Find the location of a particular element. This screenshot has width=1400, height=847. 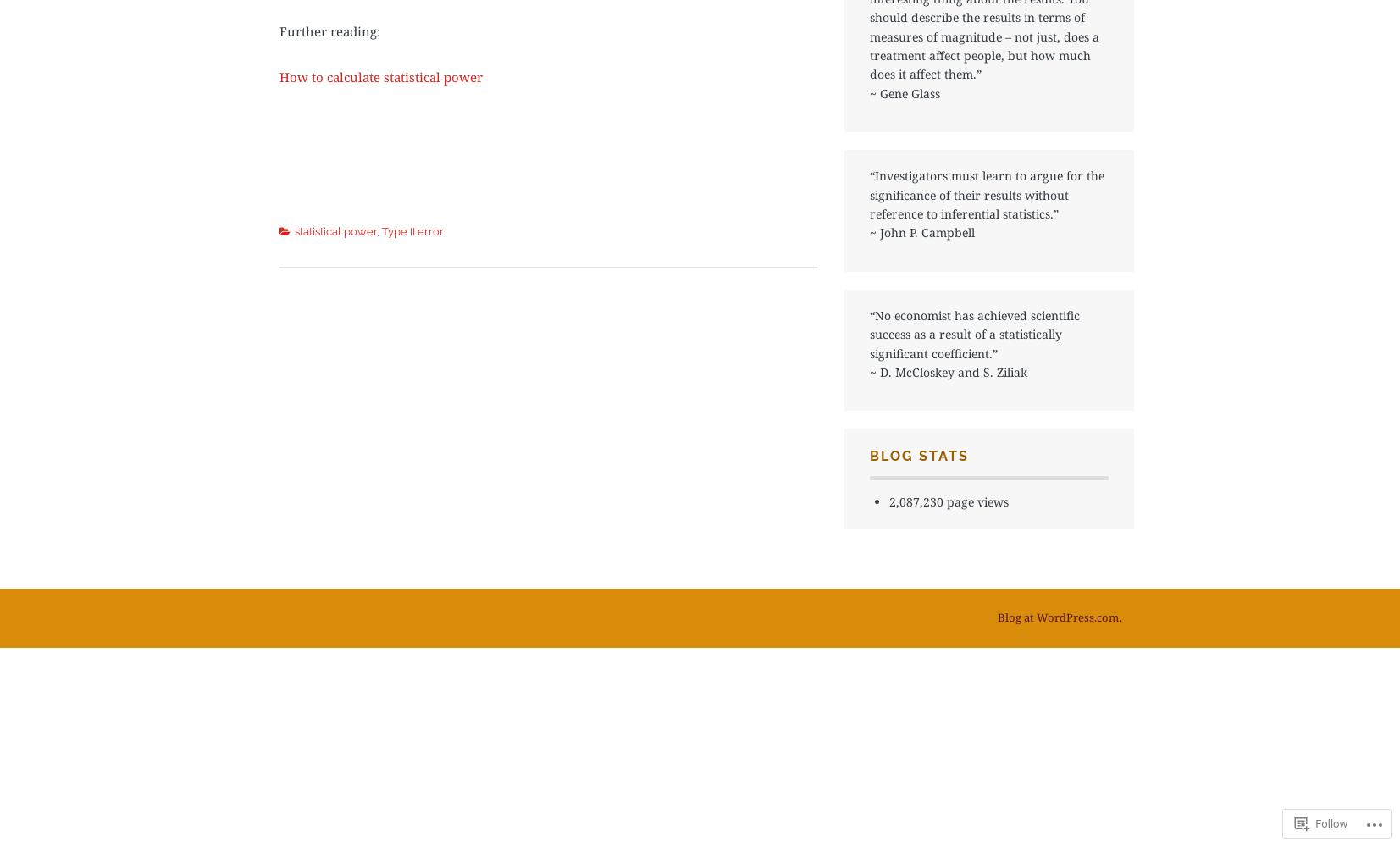

'~ D. McCloskey and S. Ziliak' is located at coordinates (949, 371).